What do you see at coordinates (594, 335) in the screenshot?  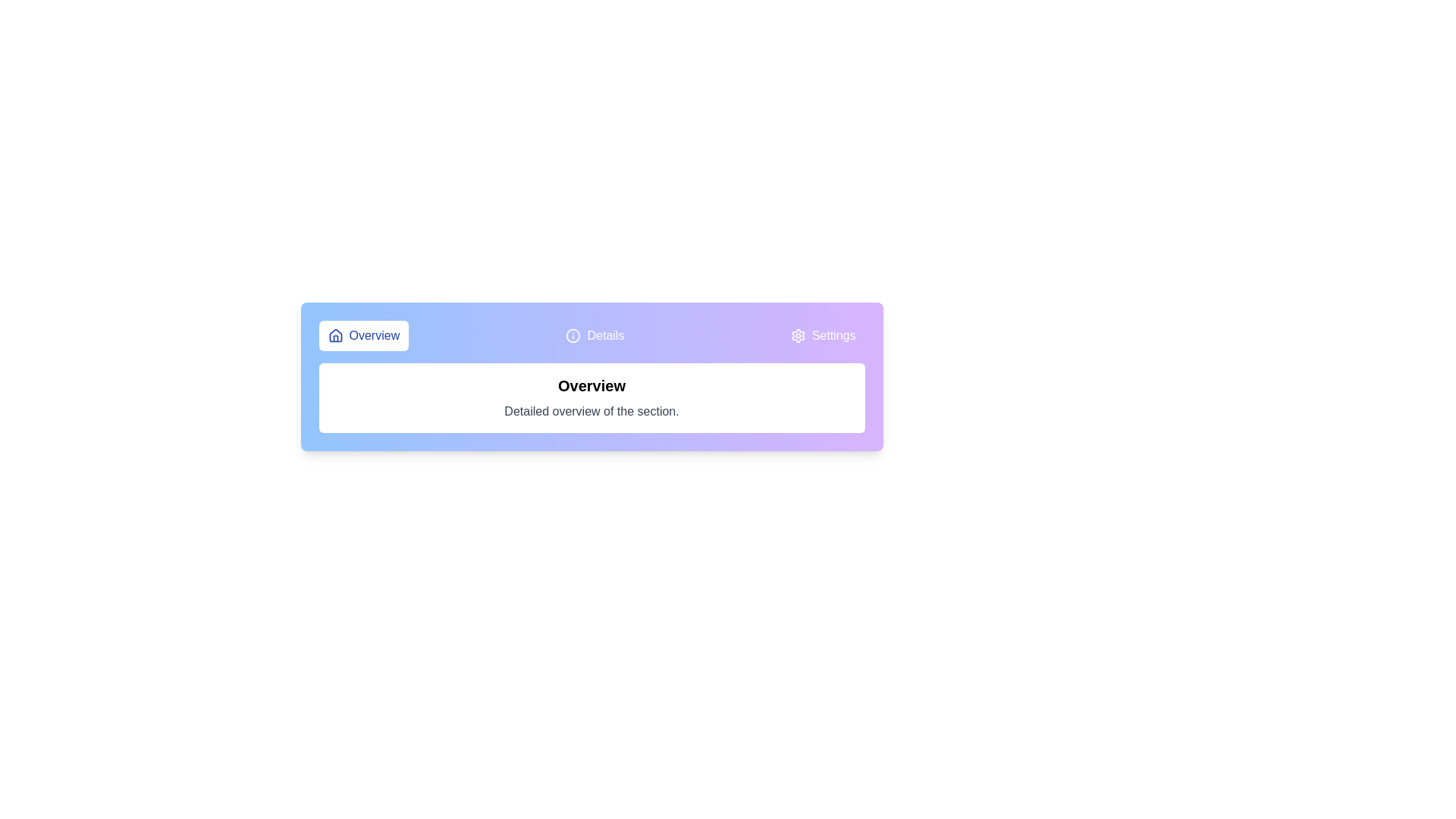 I see `the 'Details' button, which is the second button in a horizontal group of three, located between the 'Overview' and 'Settings' buttons` at bounding box center [594, 335].